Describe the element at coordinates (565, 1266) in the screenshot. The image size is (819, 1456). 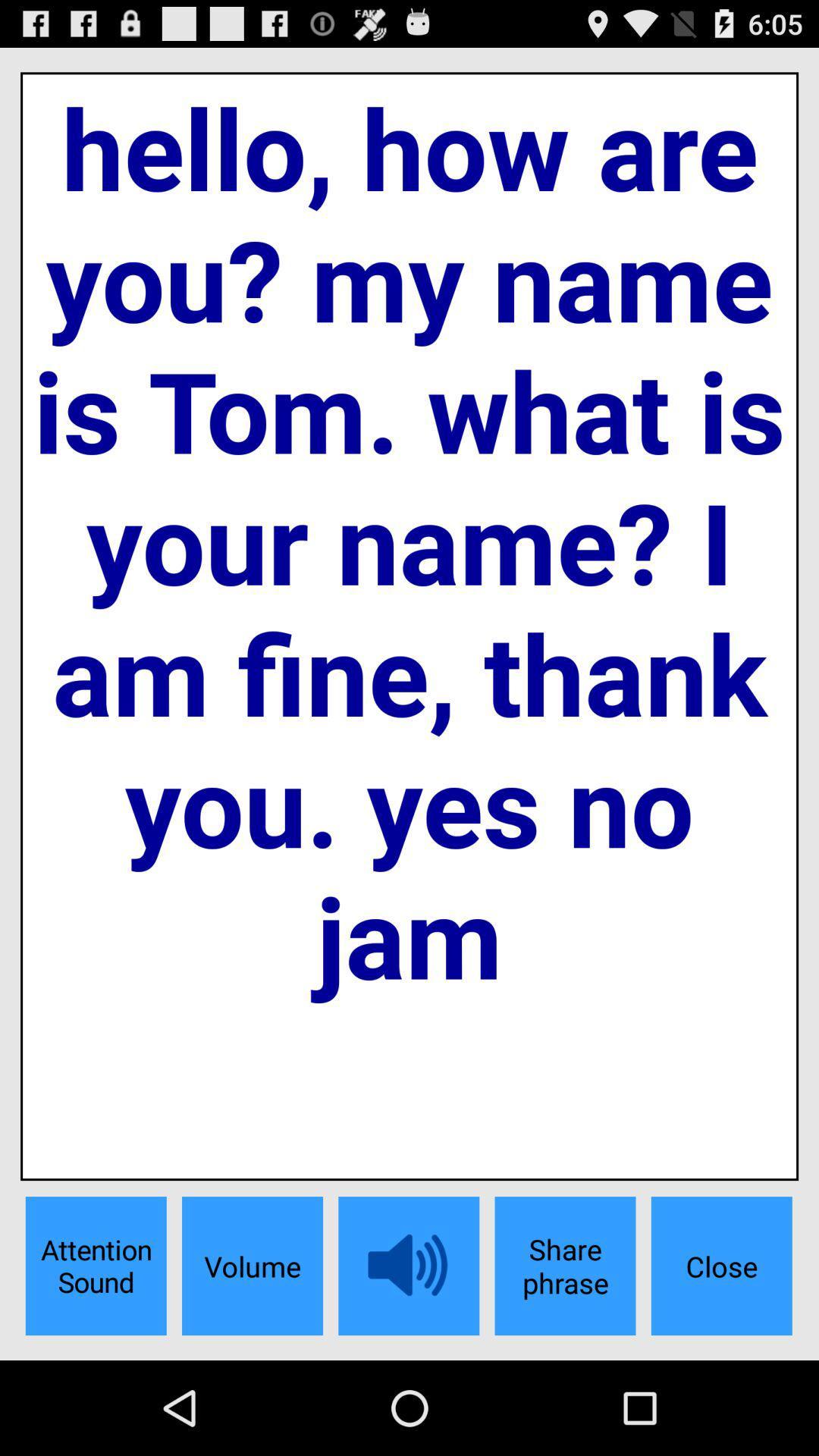
I see `the share` at that location.